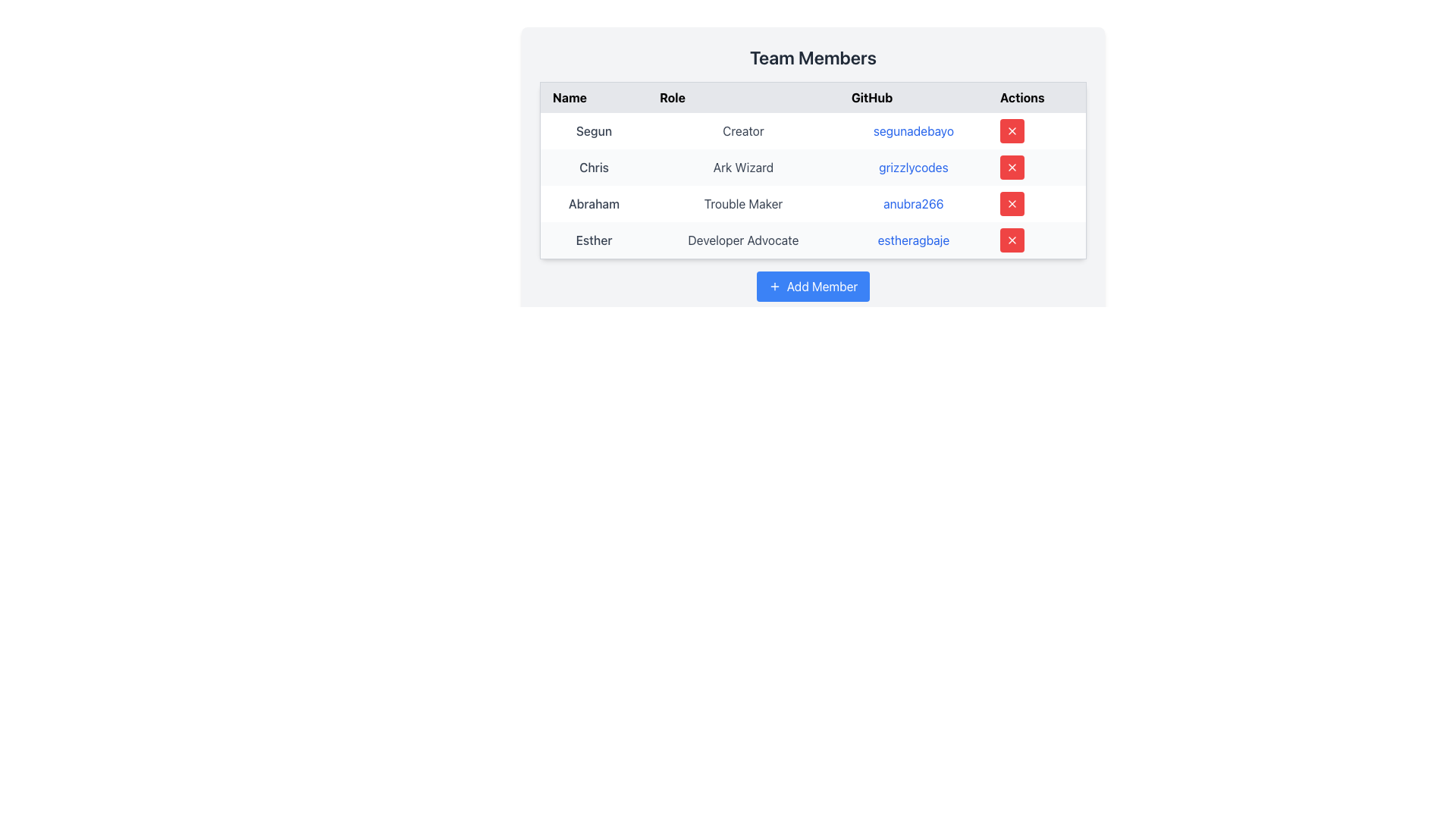 The height and width of the screenshot is (819, 1456). Describe the element at coordinates (812, 130) in the screenshot. I see `the first table row in the 'Team Members' section to highlight it` at that location.